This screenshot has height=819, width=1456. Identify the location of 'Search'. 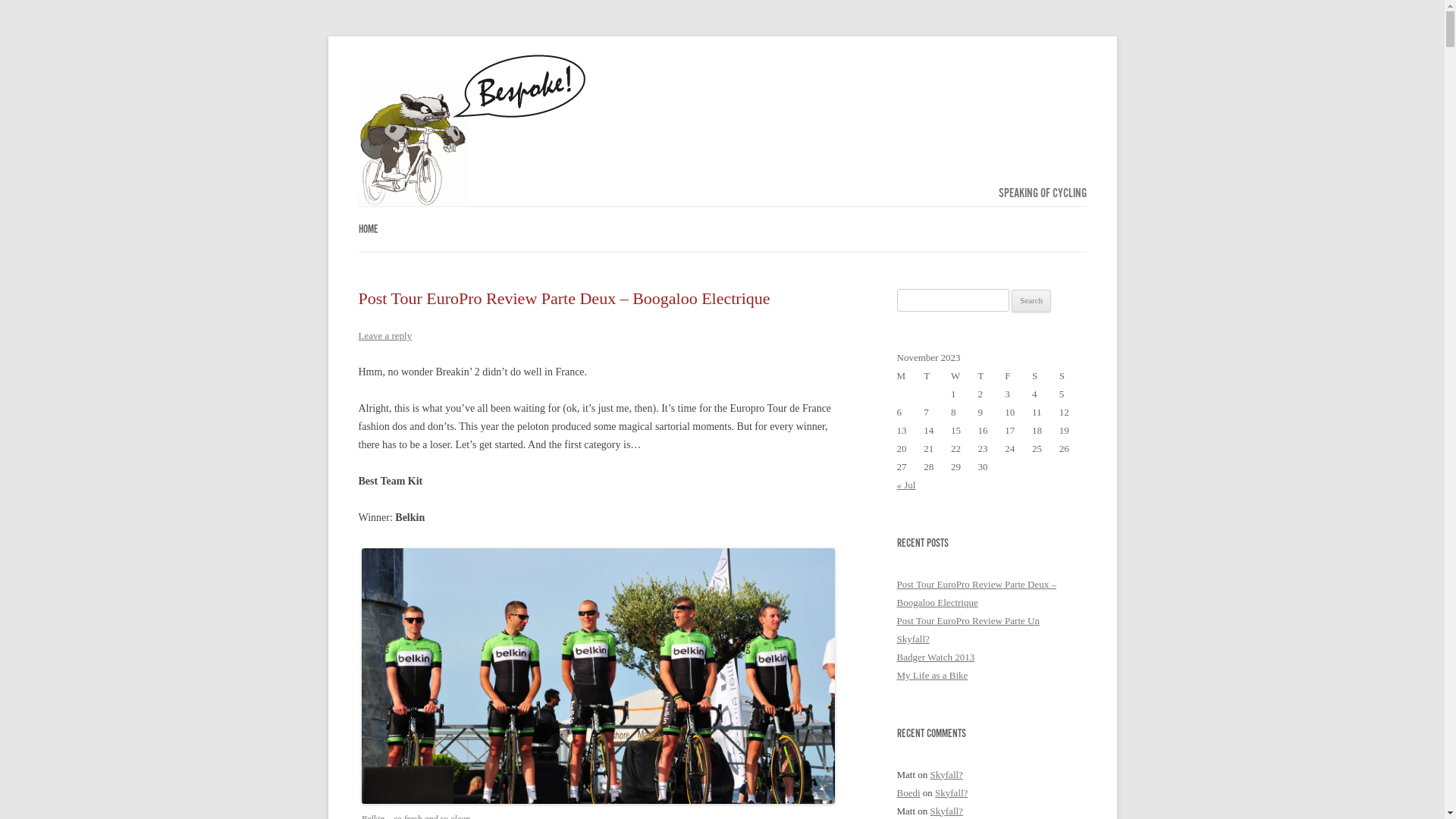
(1012, 301).